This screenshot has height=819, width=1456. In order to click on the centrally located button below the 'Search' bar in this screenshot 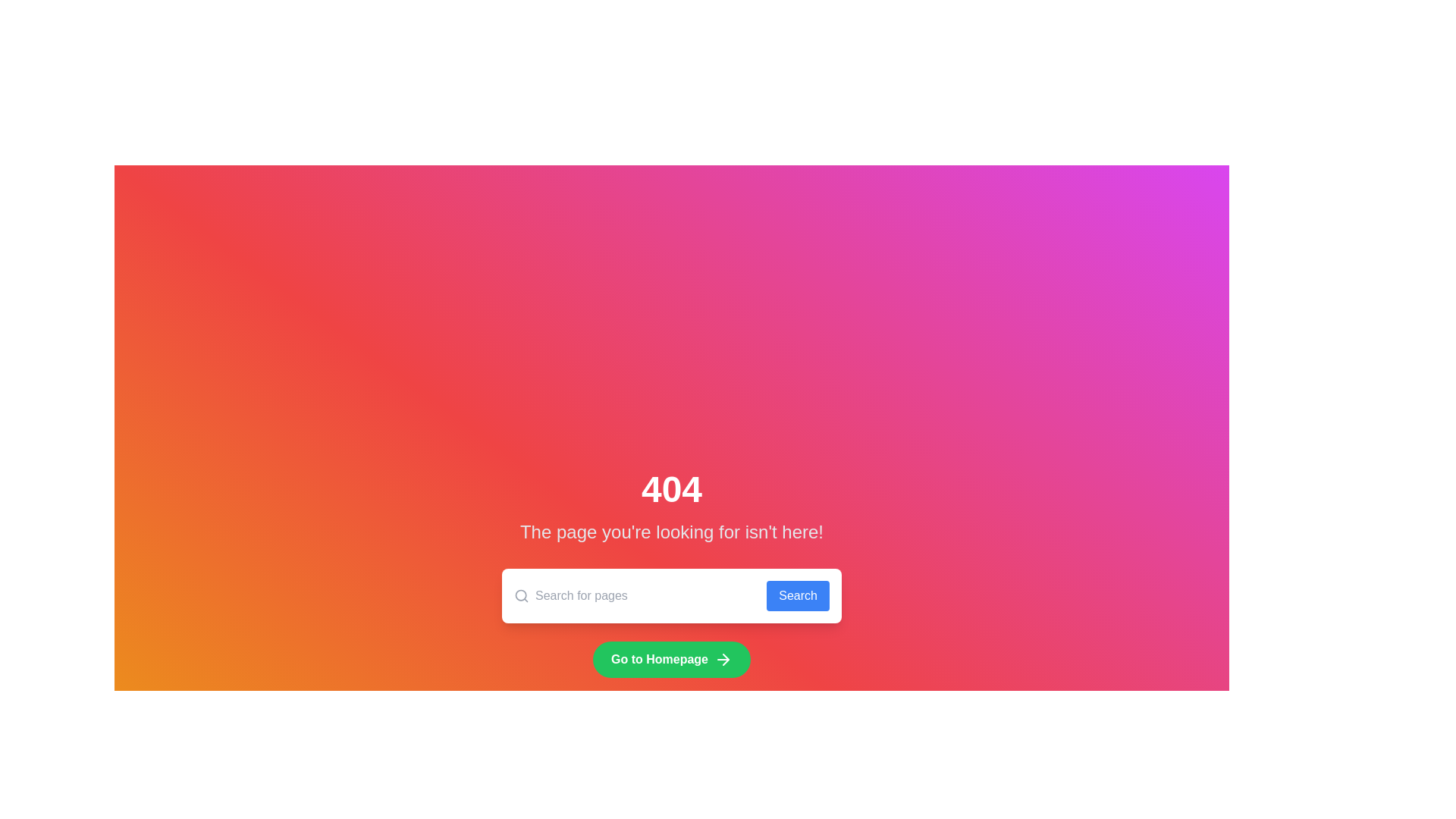, I will do `click(671, 659)`.